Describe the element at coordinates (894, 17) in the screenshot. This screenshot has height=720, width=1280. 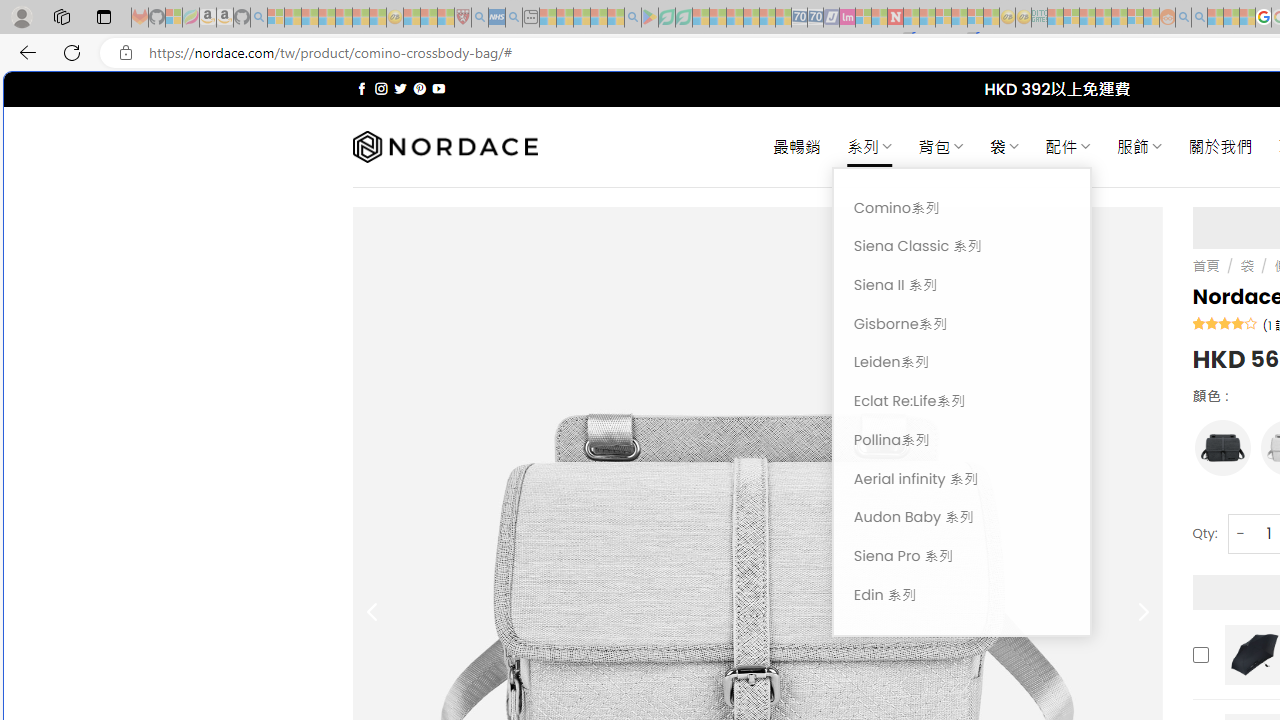
I see `'Latest Politics News & Archive | Newsweek.com - Sleeping'` at that location.